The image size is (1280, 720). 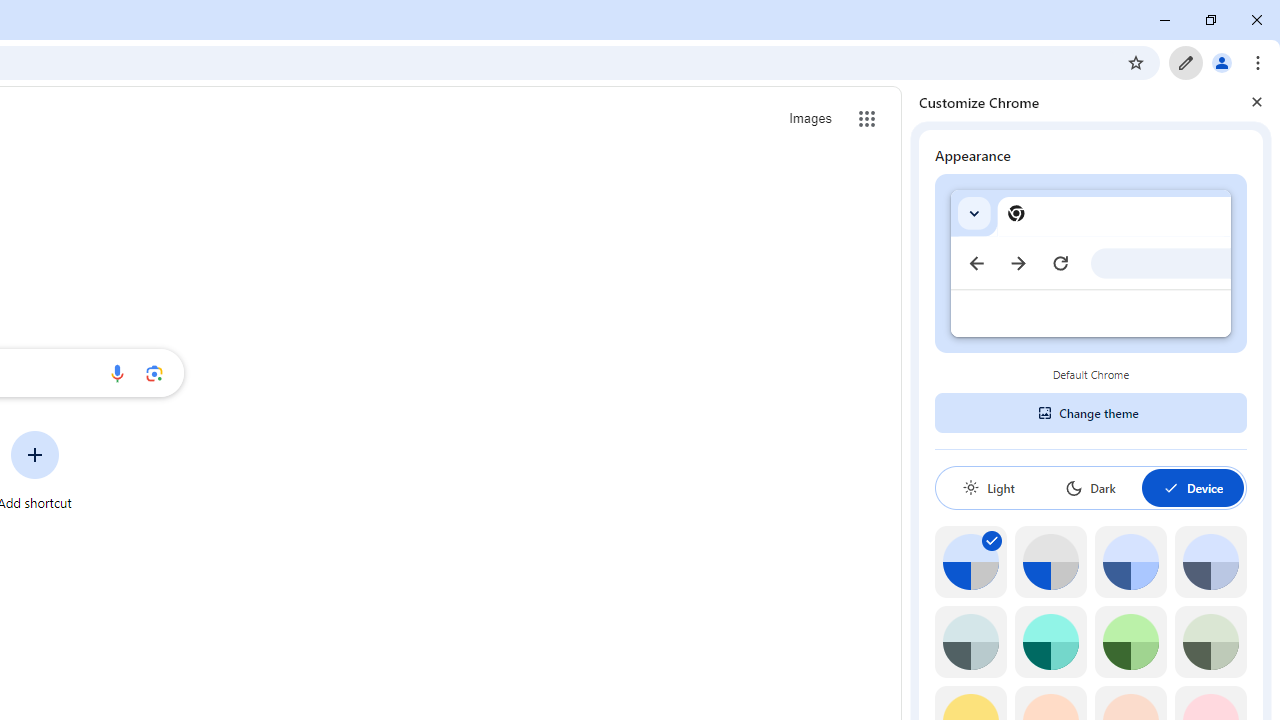 What do you see at coordinates (1209, 642) in the screenshot?
I see `'Viridian'` at bounding box center [1209, 642].